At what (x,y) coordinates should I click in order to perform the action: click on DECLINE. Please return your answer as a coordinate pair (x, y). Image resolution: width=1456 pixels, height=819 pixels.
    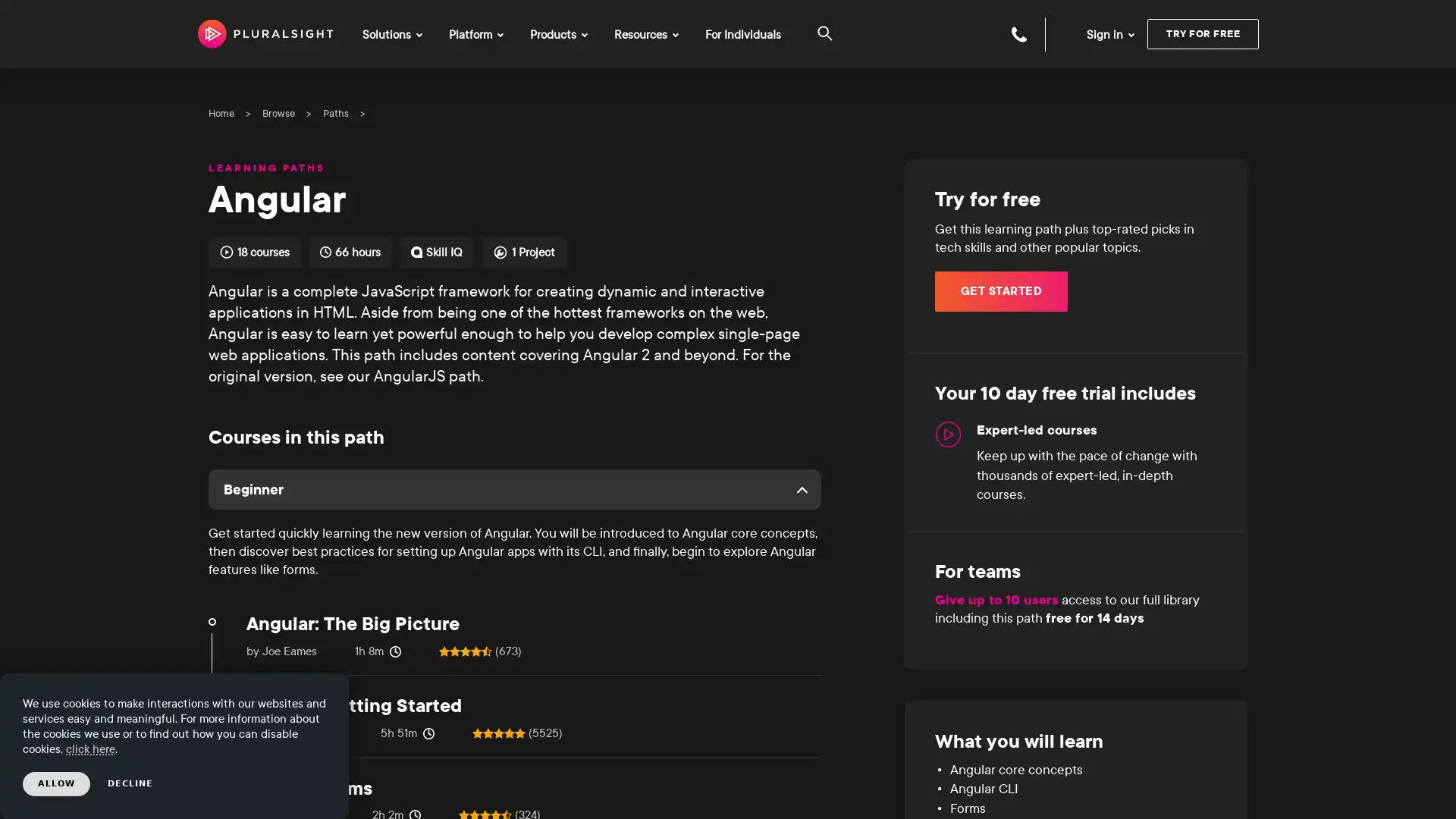
    Looking at the image, I should click on (130, 783).